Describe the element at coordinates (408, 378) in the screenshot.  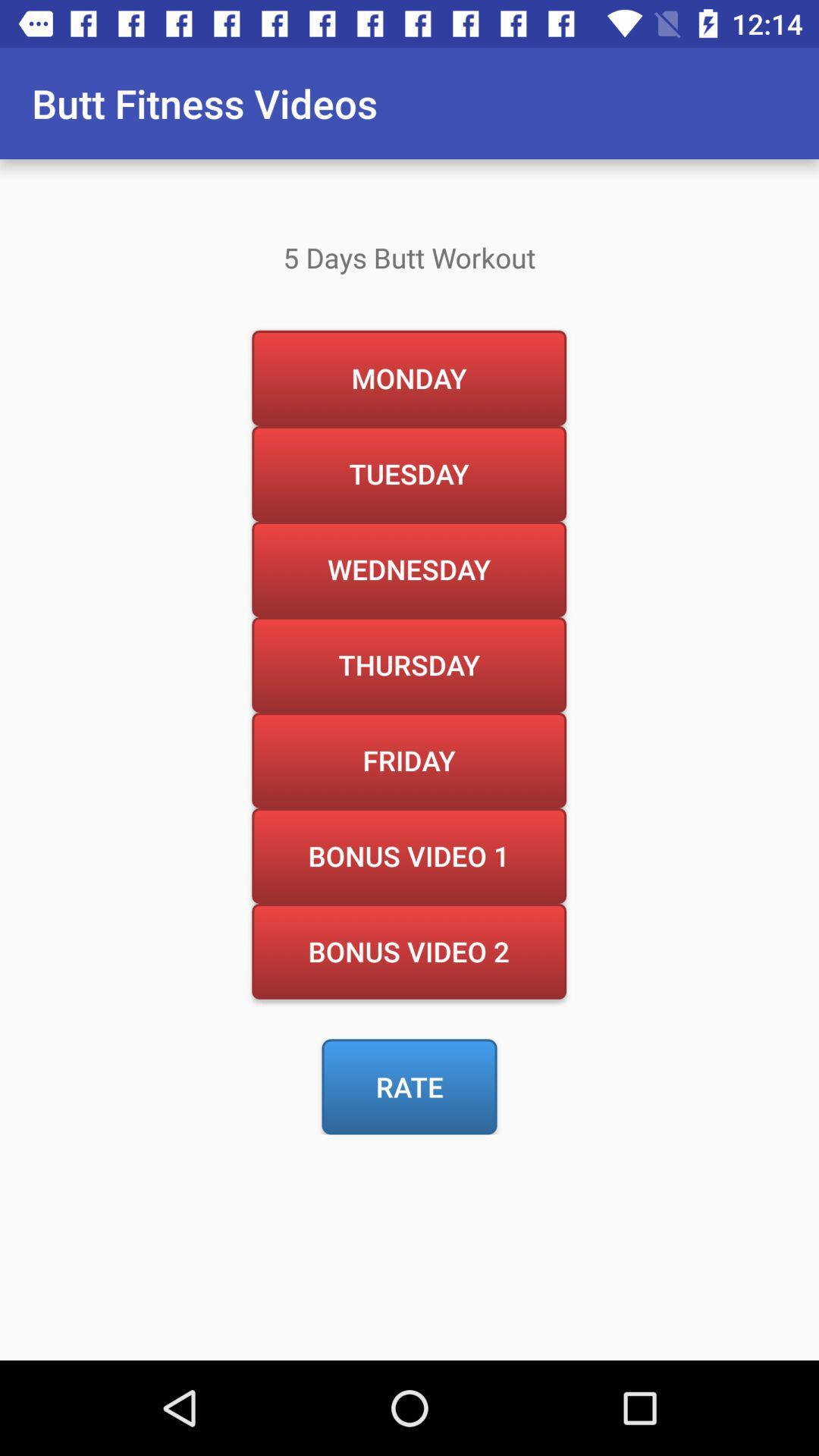
I see `the monday` at that location.